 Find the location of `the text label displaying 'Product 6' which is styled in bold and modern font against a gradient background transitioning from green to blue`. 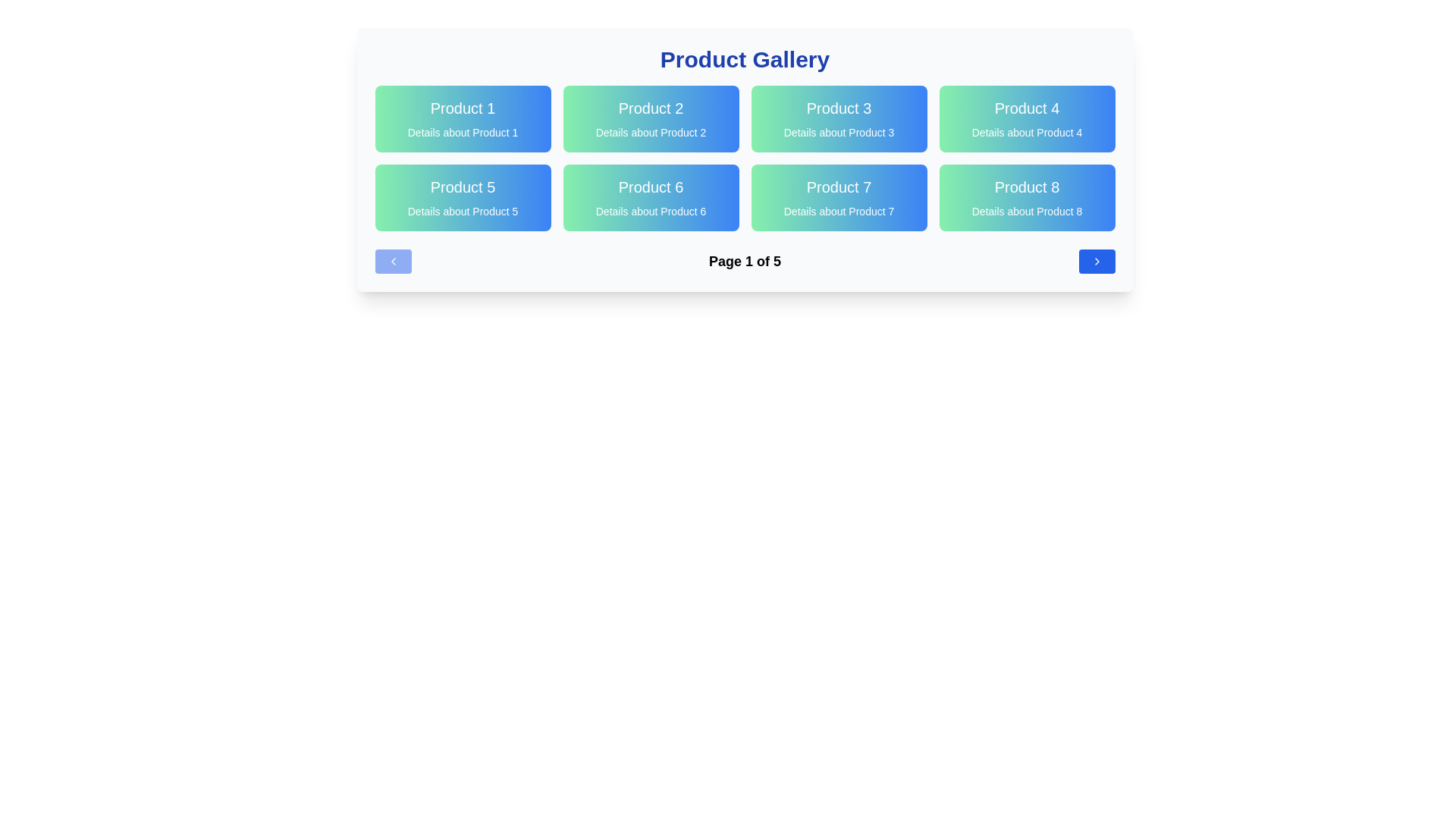

the text label displaying 'Product 6' which is styled in bold and modern font against a gradient background transitioning from green to blue is located at coordinates (651, 186).